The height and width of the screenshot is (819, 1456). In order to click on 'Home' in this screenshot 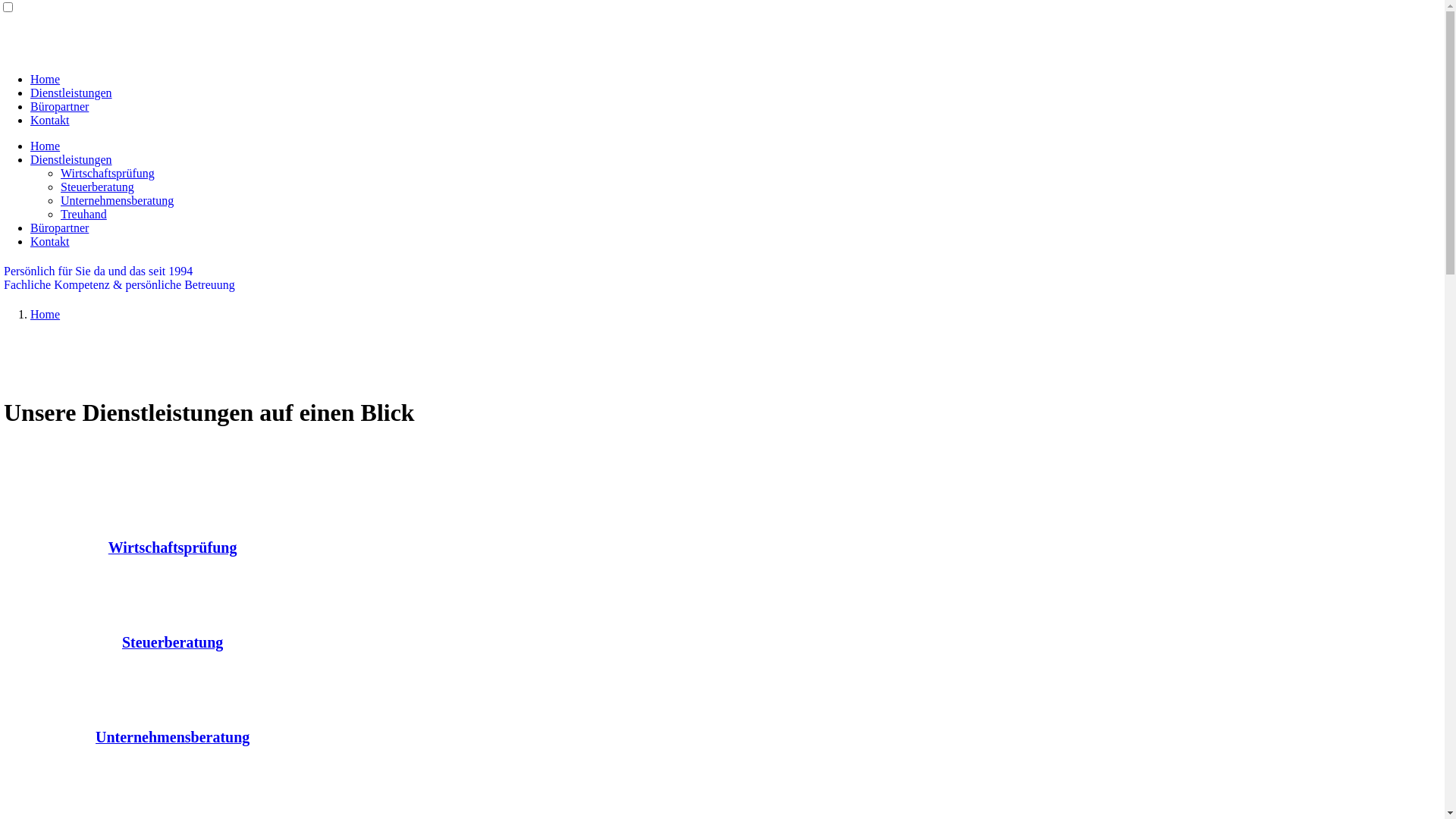, I will do `click(45, 79)`.